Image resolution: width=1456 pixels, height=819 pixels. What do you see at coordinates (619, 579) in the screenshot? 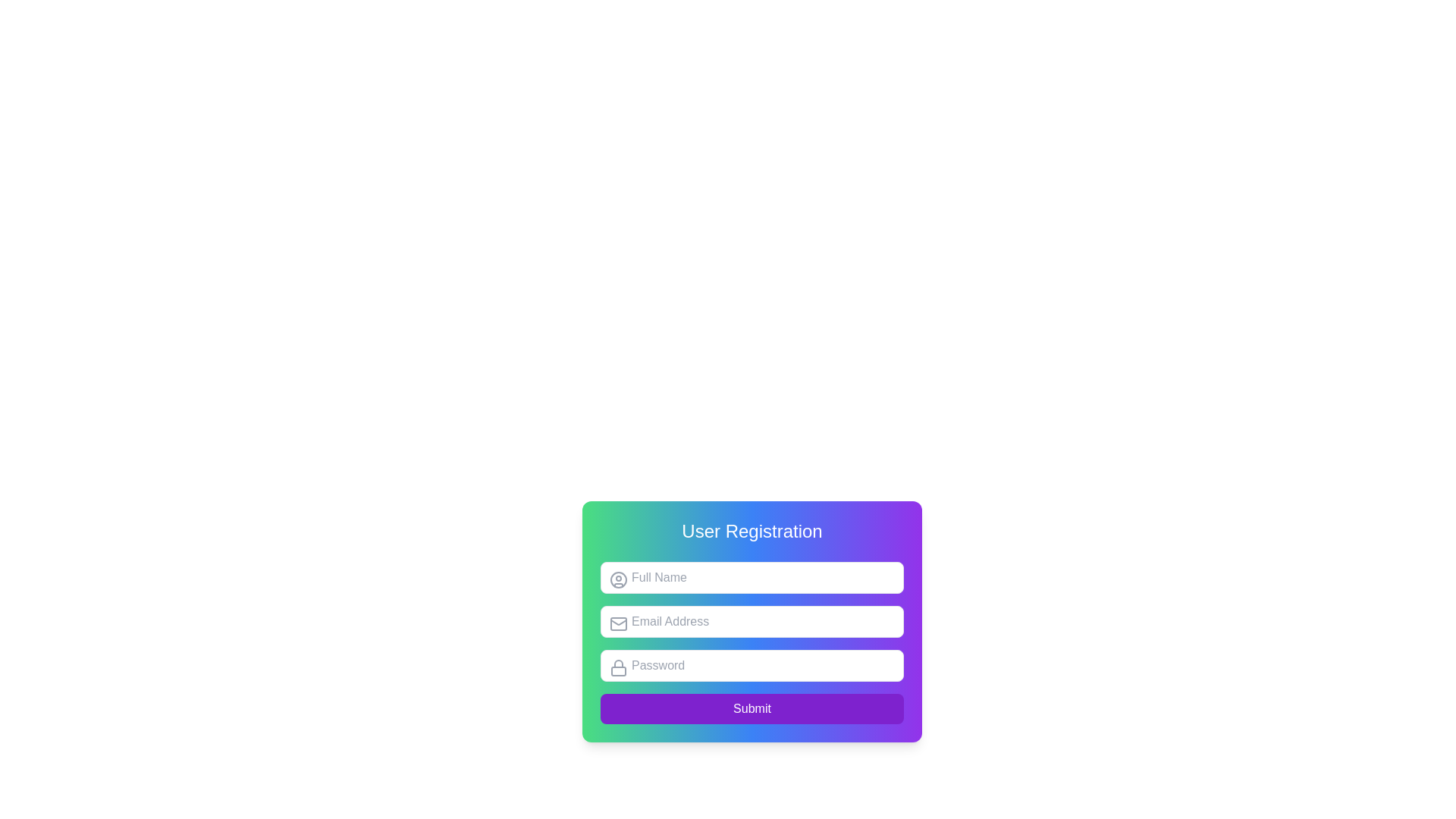
I see `the user avatar icon, which is the outermost circle within the SVG graphic located to the left of the 'Full Name' input field` at bounding box center [619, 579].